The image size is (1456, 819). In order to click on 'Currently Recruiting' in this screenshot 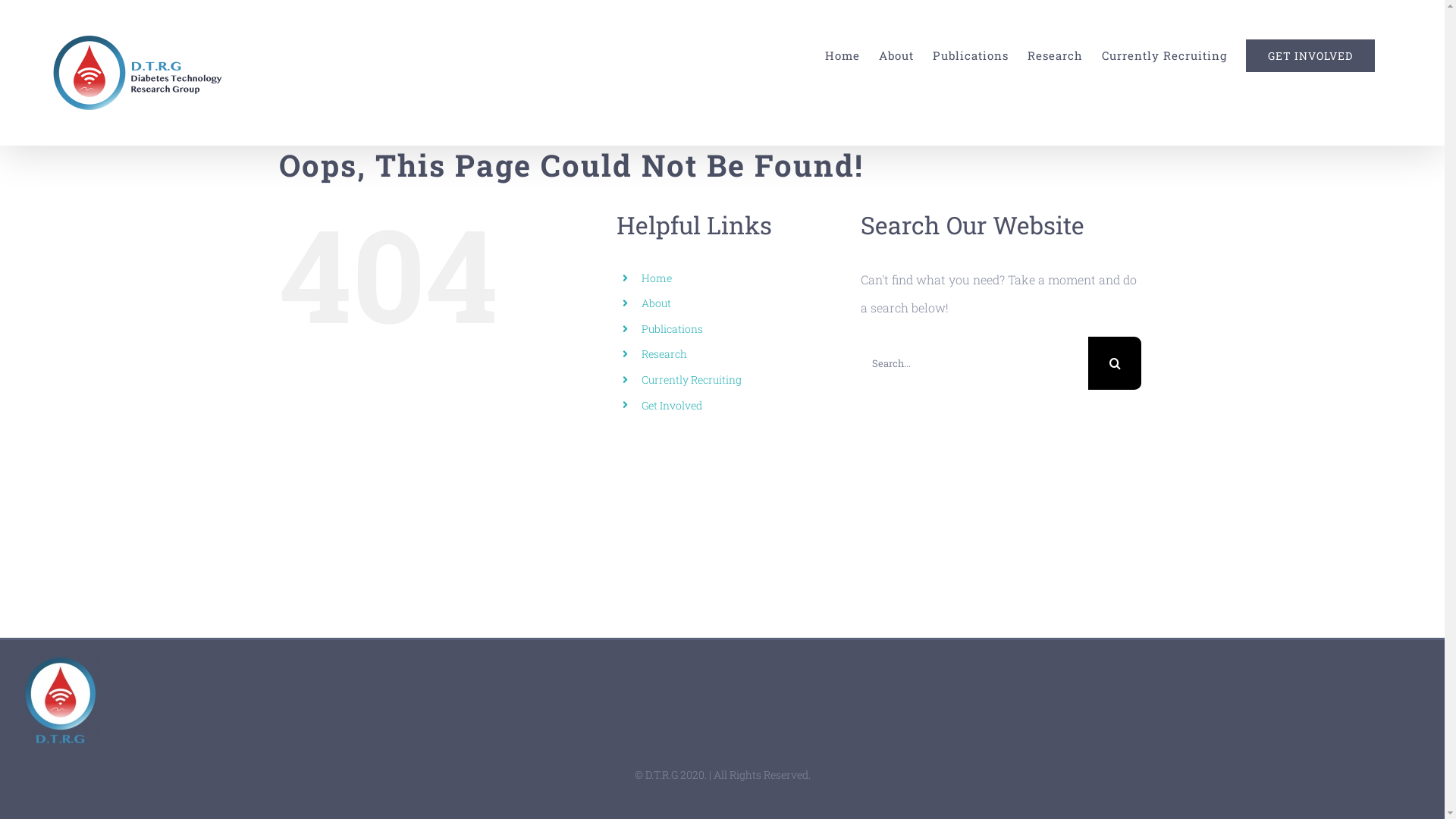, I will do `click(1163, 55)`.